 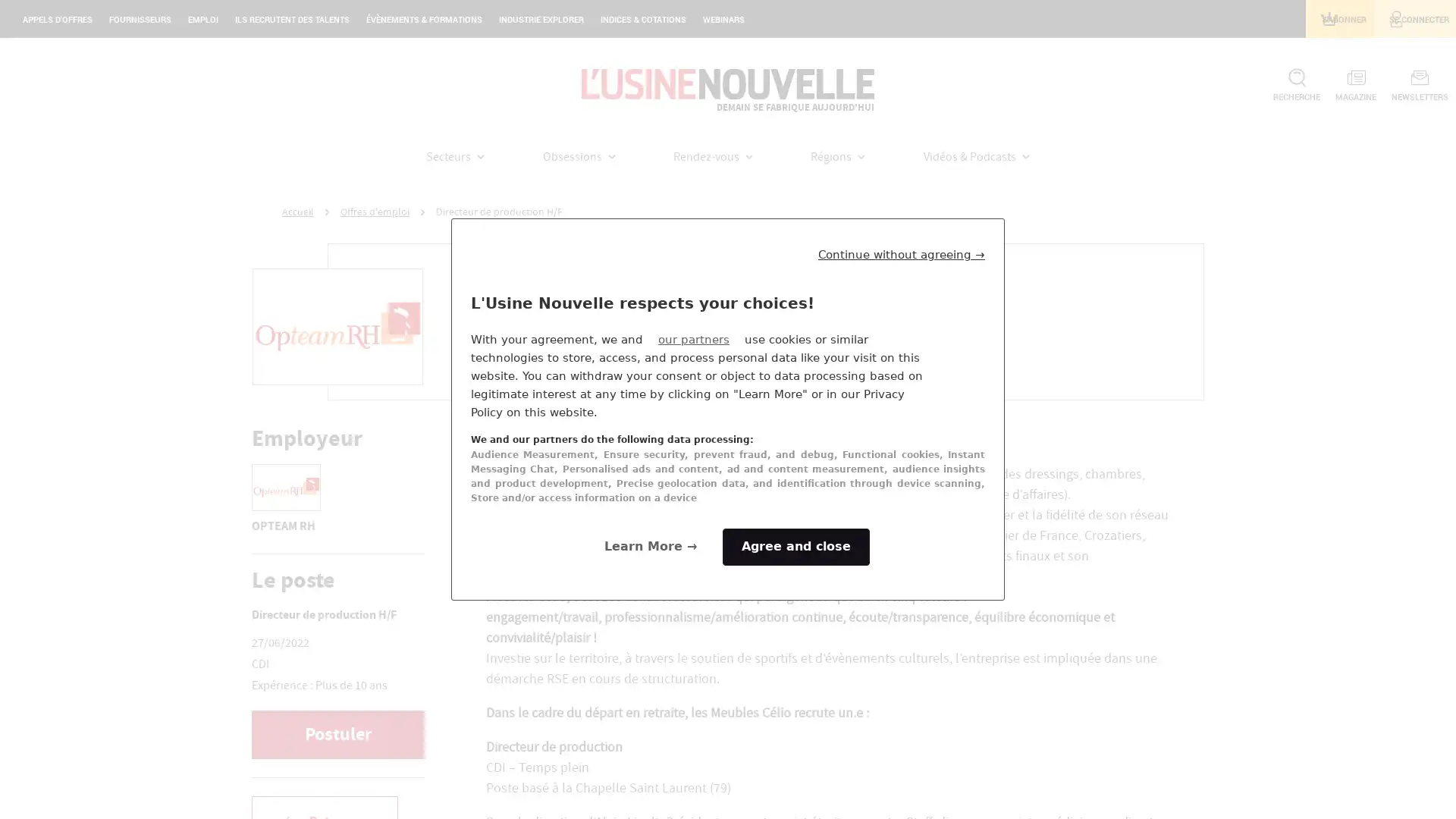 I want to click on Configure your consents, so click(x=651, y=547).